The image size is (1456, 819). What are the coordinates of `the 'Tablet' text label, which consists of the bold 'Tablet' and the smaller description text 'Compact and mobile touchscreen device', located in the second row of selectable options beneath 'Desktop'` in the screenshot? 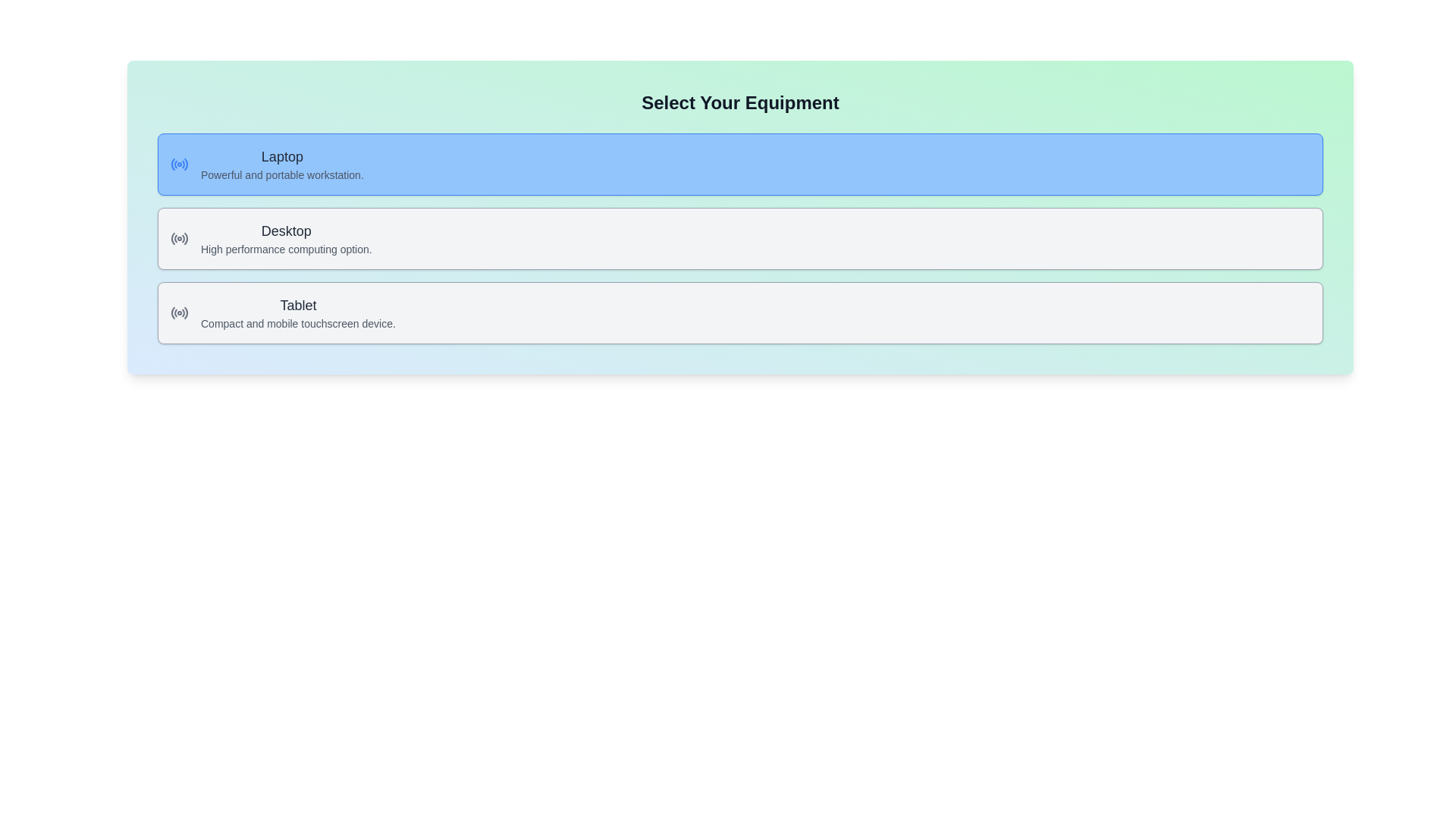 It's located at (298, 312).